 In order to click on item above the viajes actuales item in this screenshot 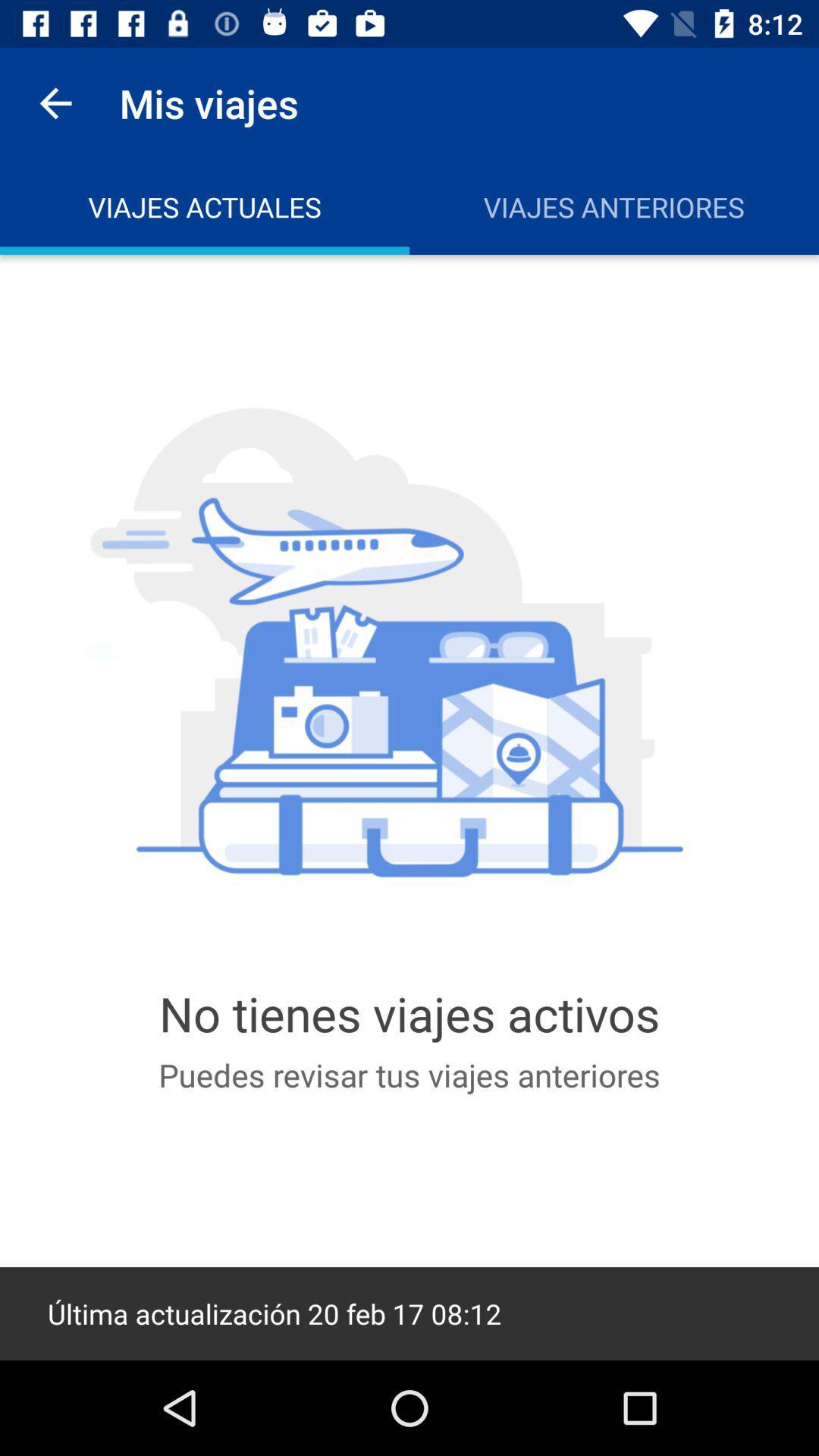, I will do `click(55, 102)`.